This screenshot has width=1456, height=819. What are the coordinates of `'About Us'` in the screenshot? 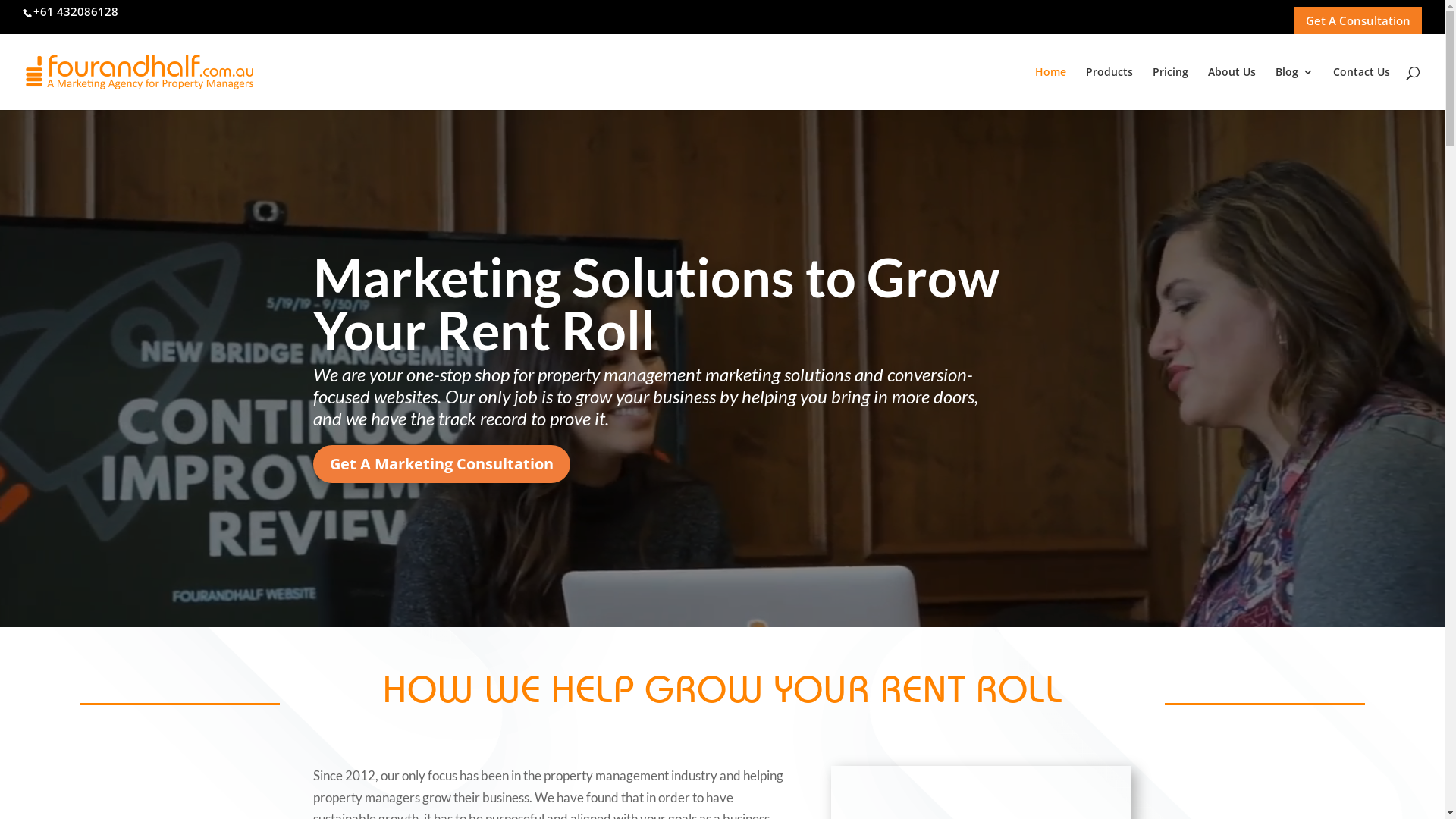 It's located at (1232, 88).